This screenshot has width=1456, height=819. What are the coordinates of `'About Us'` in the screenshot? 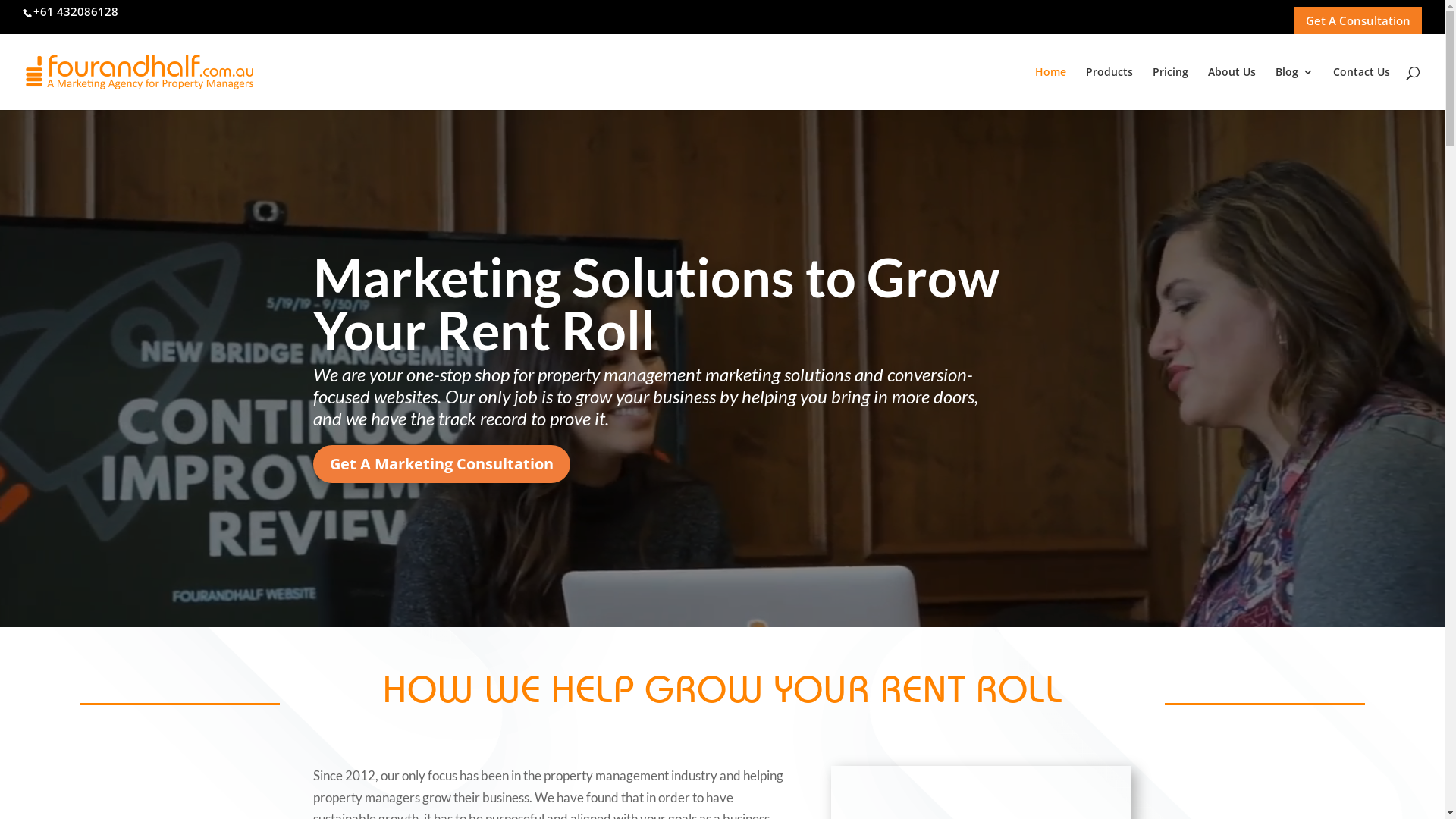 It's located at (1232, 88).